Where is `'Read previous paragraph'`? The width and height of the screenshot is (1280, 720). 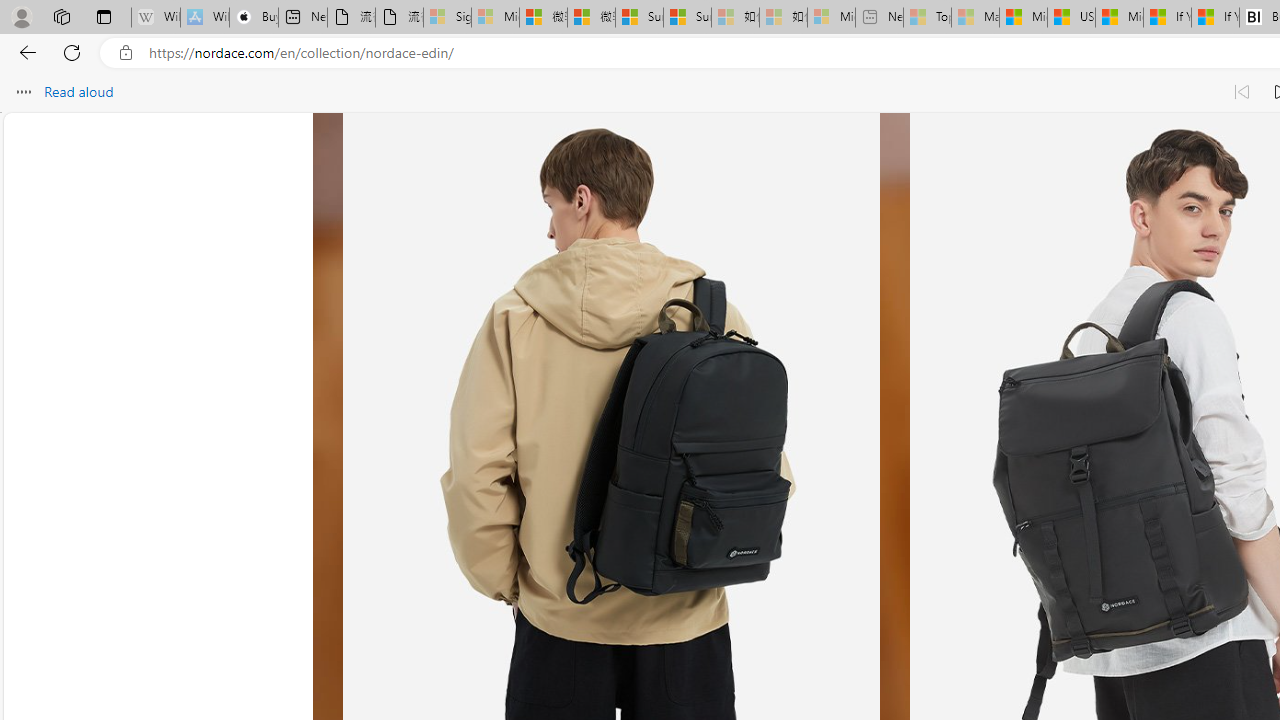
'Read previous paragraph' is located at coordinates (1240, 92).